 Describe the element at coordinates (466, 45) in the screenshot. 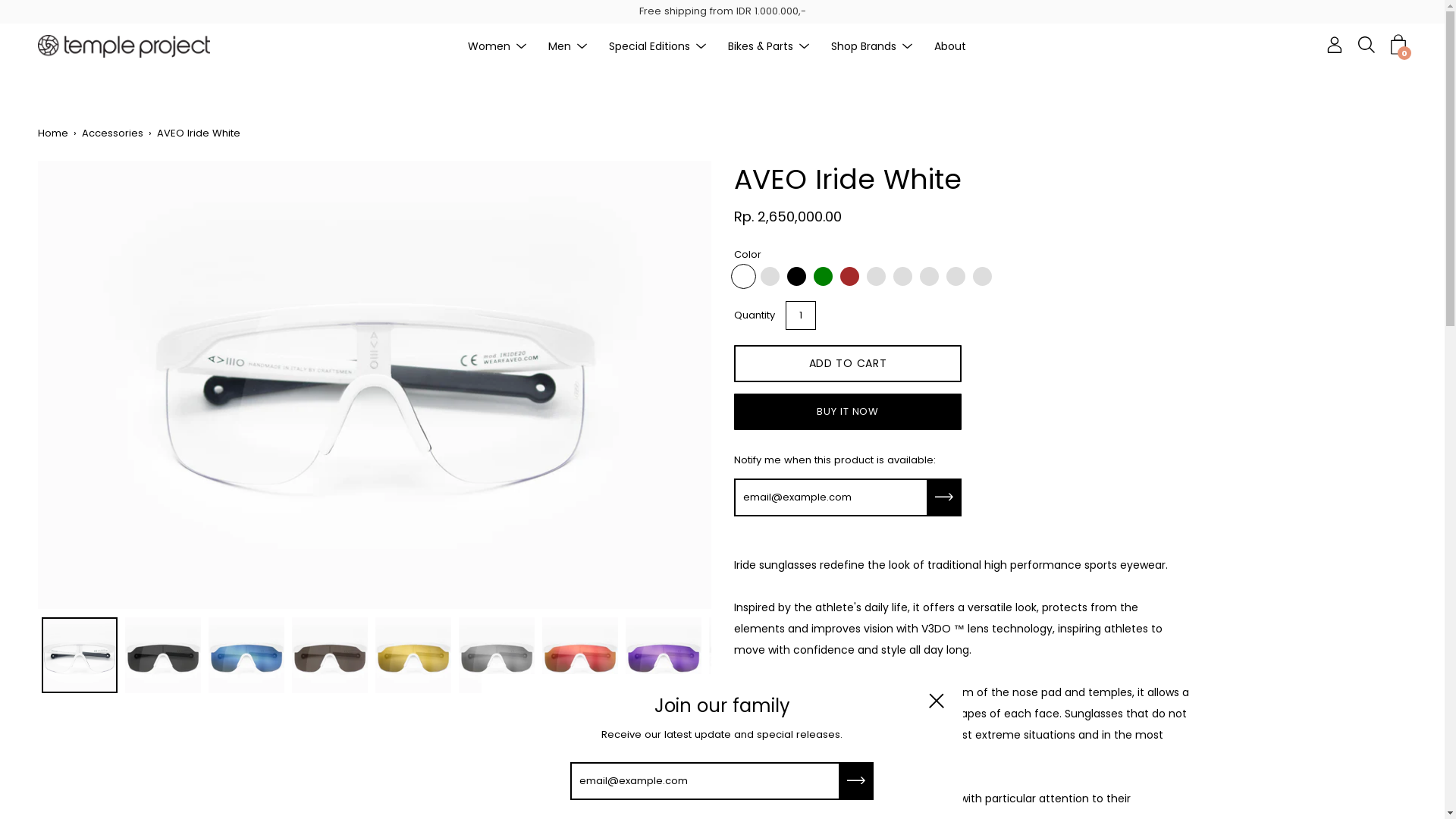

I see `'Women'` at that location.